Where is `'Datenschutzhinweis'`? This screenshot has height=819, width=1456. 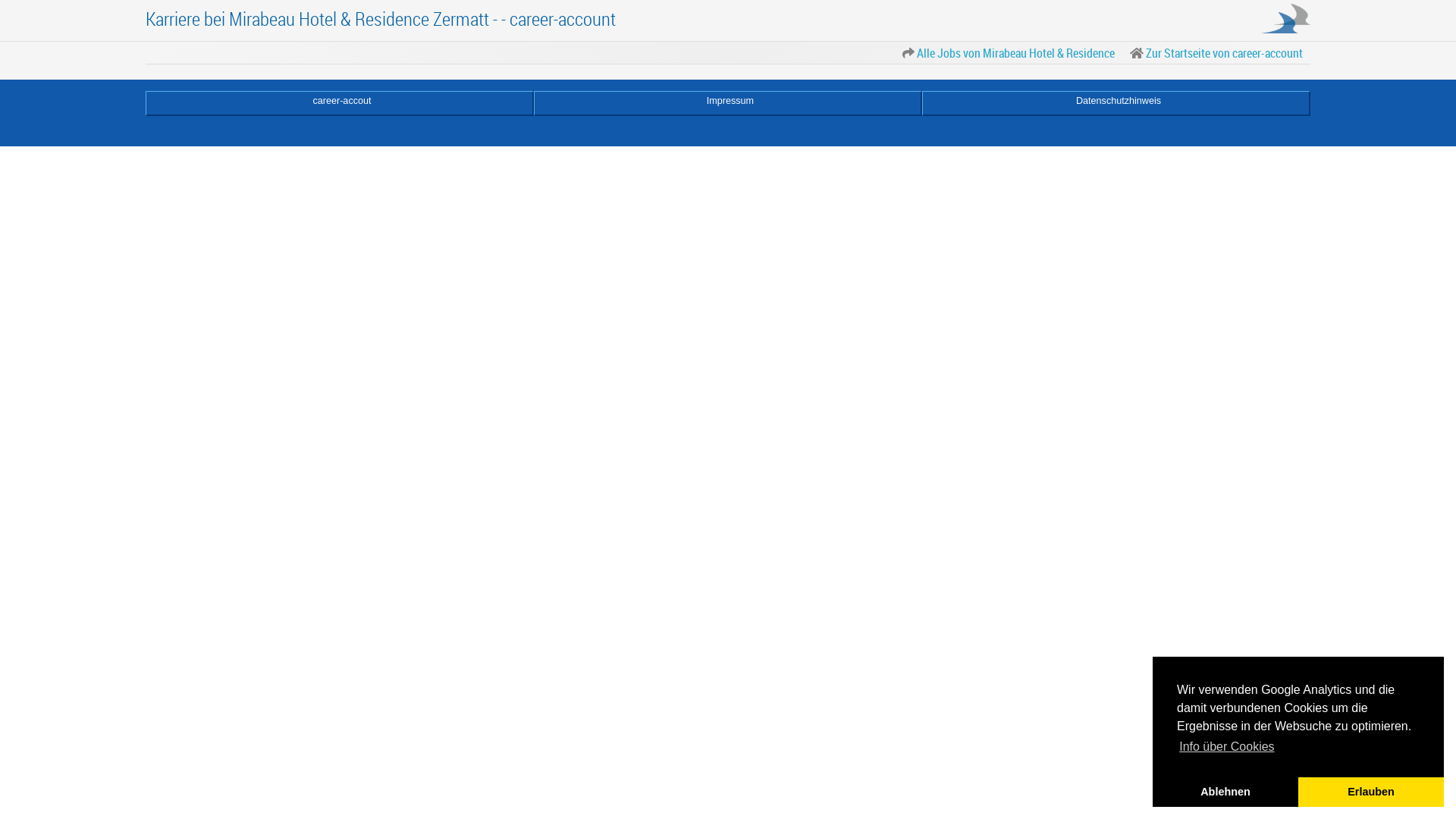
'Datenschutzhinweis' is located at coordinates (1116, 102).